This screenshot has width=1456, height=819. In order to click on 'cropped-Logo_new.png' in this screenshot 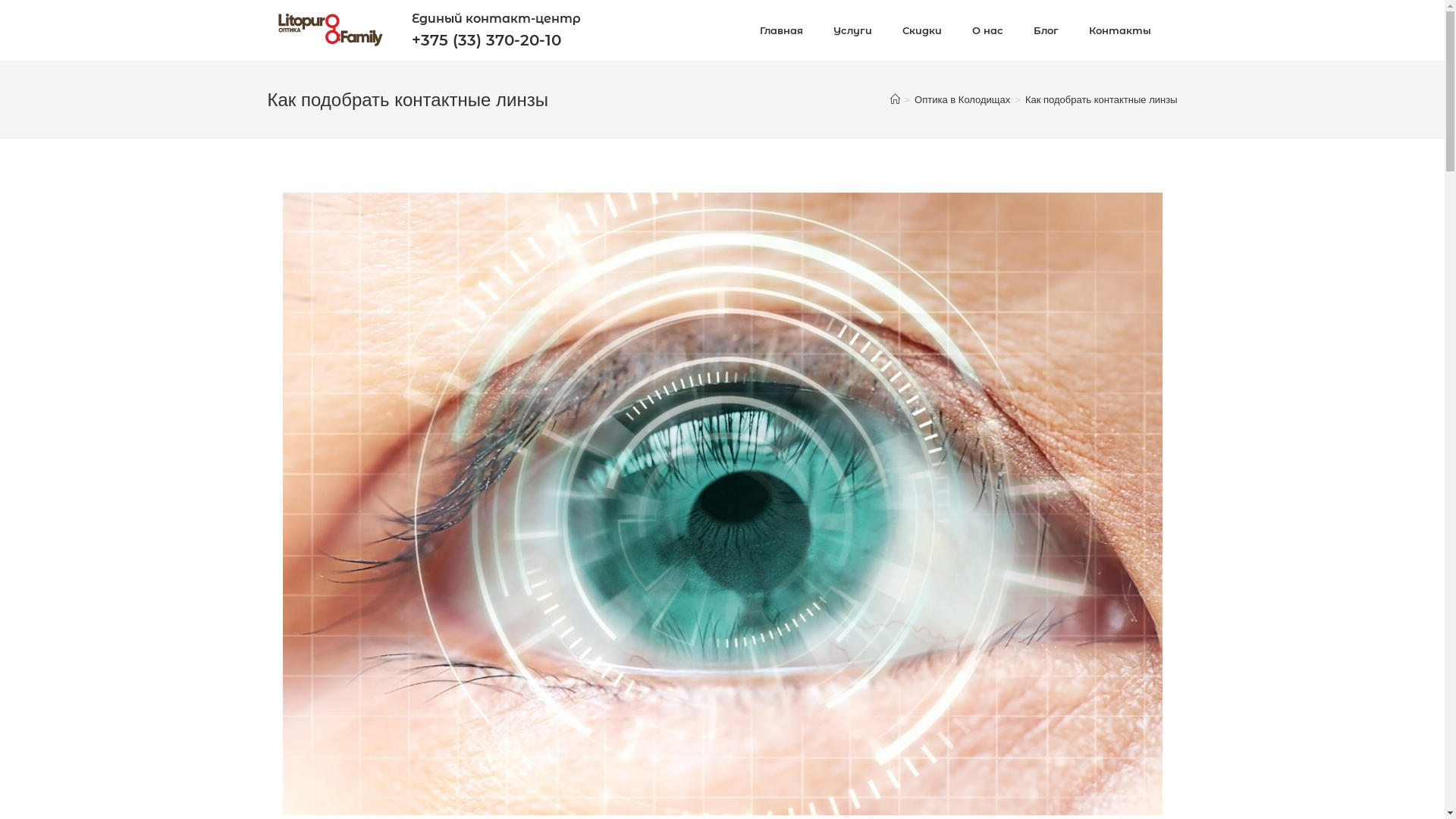, I will do `click(328, 30)`.